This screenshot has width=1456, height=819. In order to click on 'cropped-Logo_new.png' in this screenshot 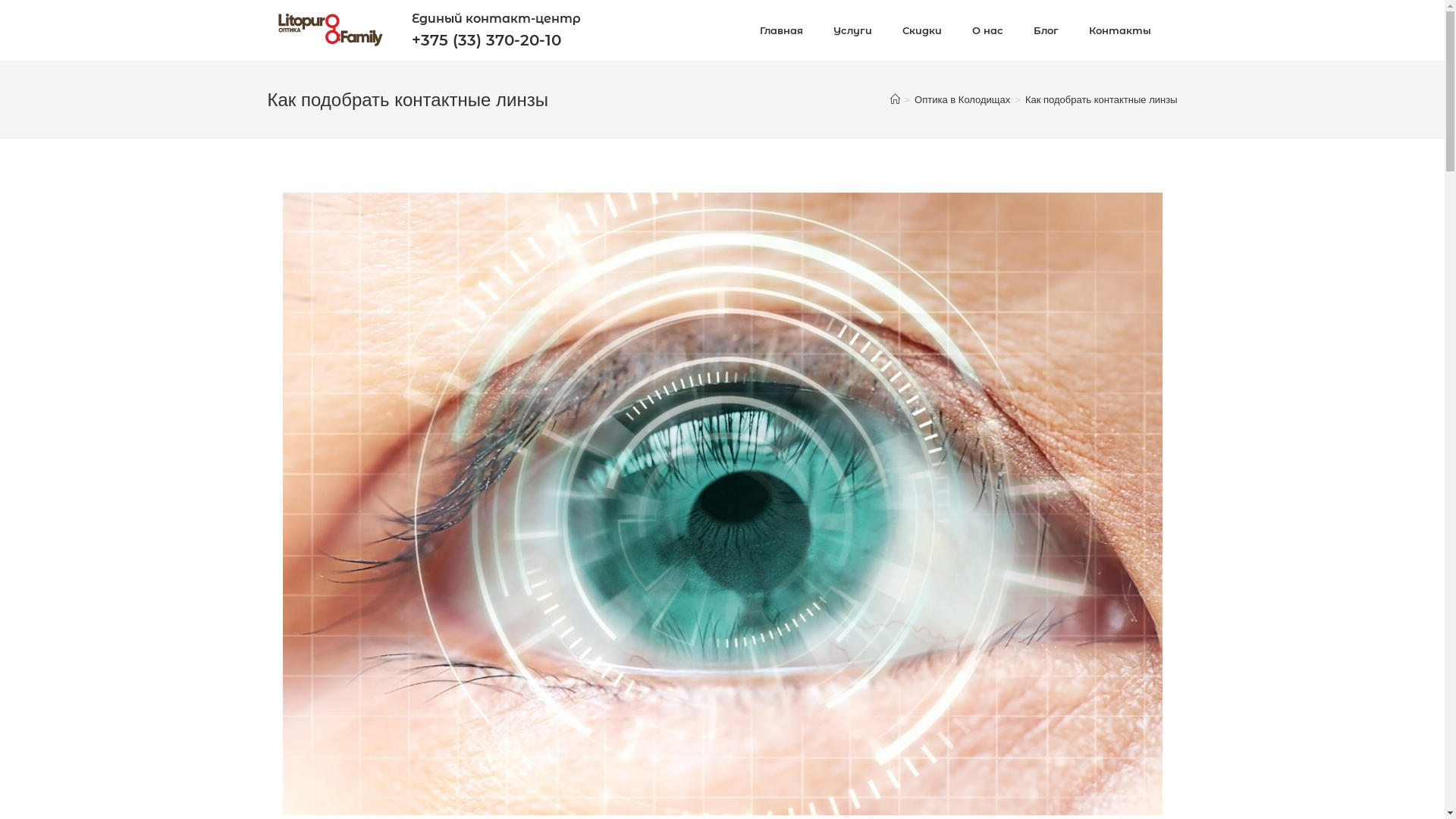, I will do `click(328, 30)`.